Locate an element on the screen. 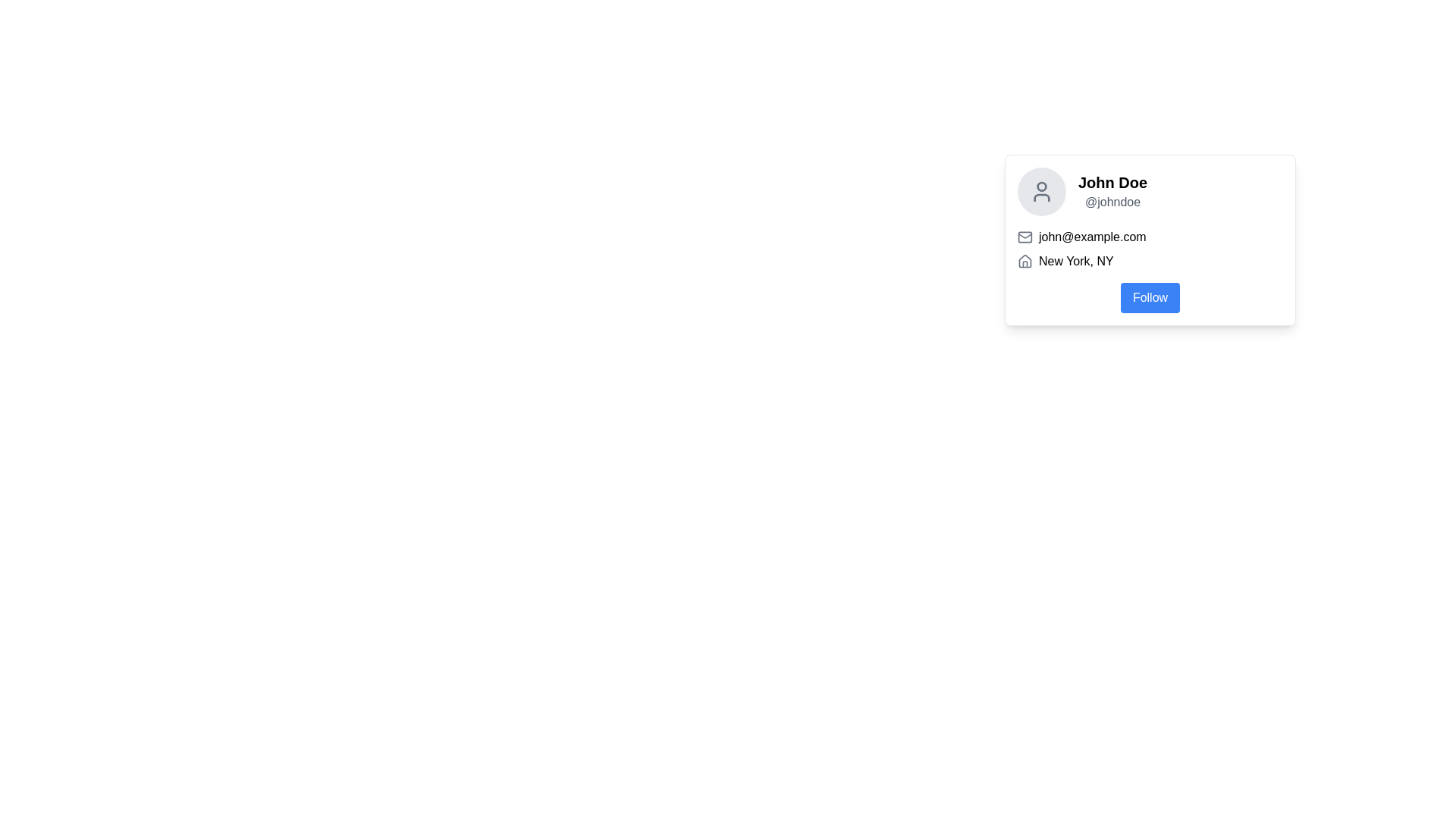  the decorative SVG icon representing a home or address location, which is adjacent to the text 'New York, NY' is located at coordinates (1025, 259).